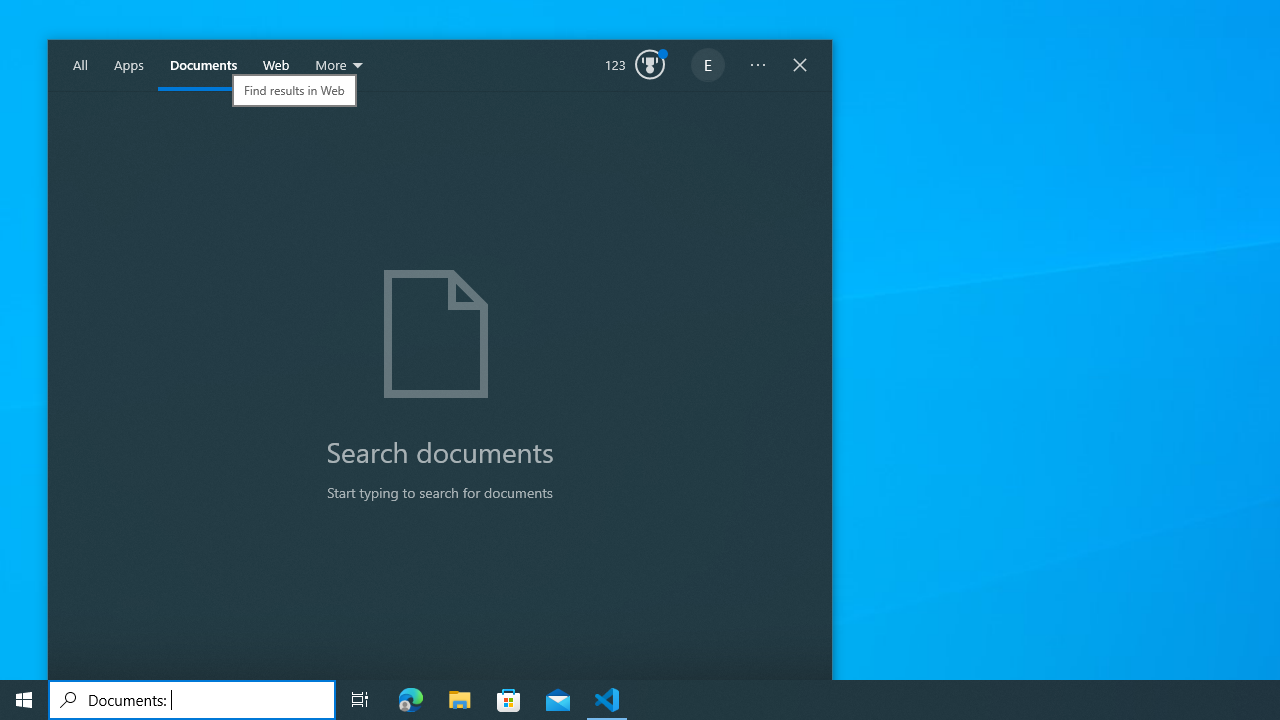 Image resolution: width=1280 pixels, height=720 pixels. Describe the element at coordinates (293, 90) in the screenshot. I see `'Find results in Web'` at that location.